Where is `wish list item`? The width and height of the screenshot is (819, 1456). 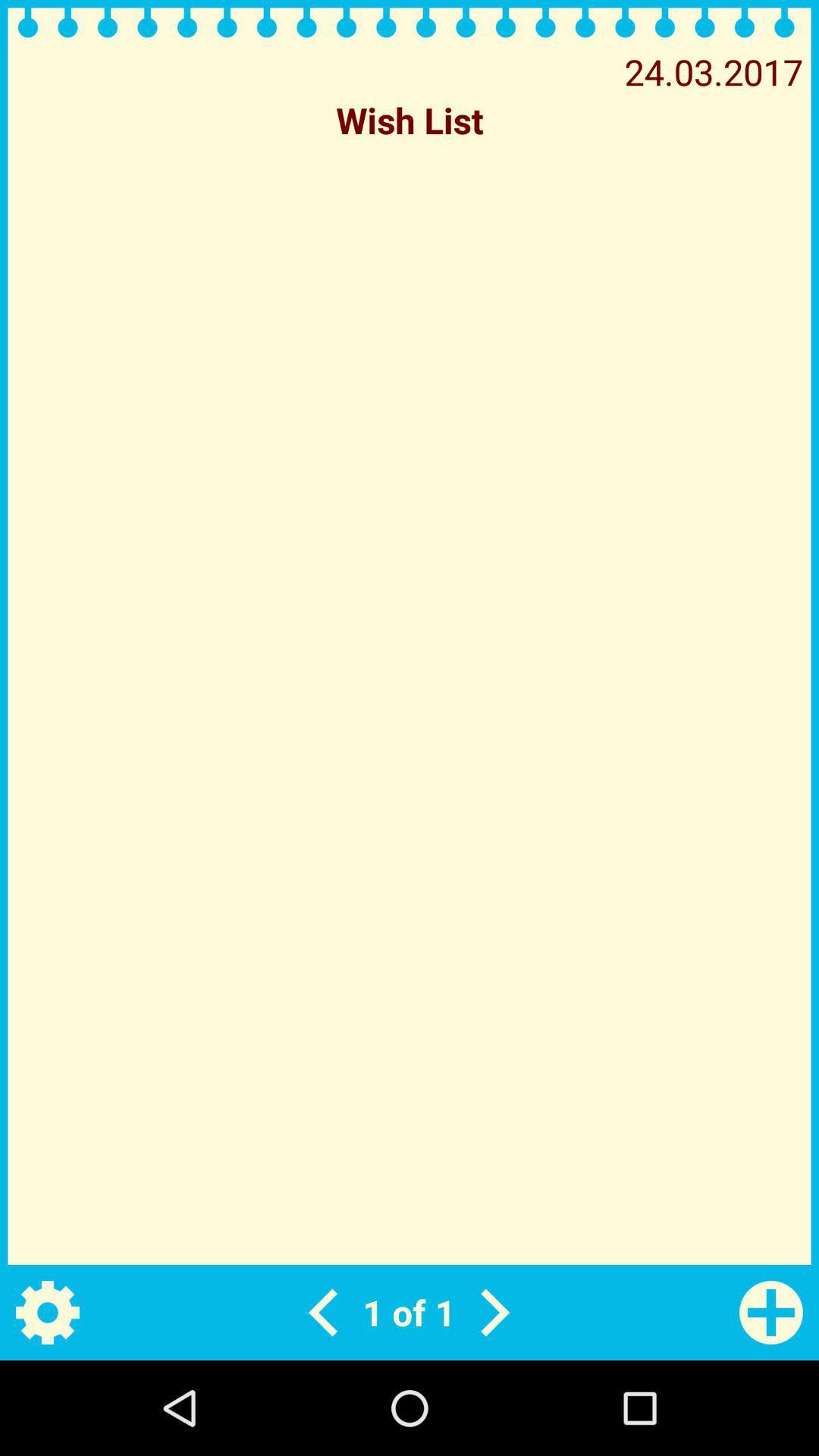
wish list item is located at coordinates (409, 119).